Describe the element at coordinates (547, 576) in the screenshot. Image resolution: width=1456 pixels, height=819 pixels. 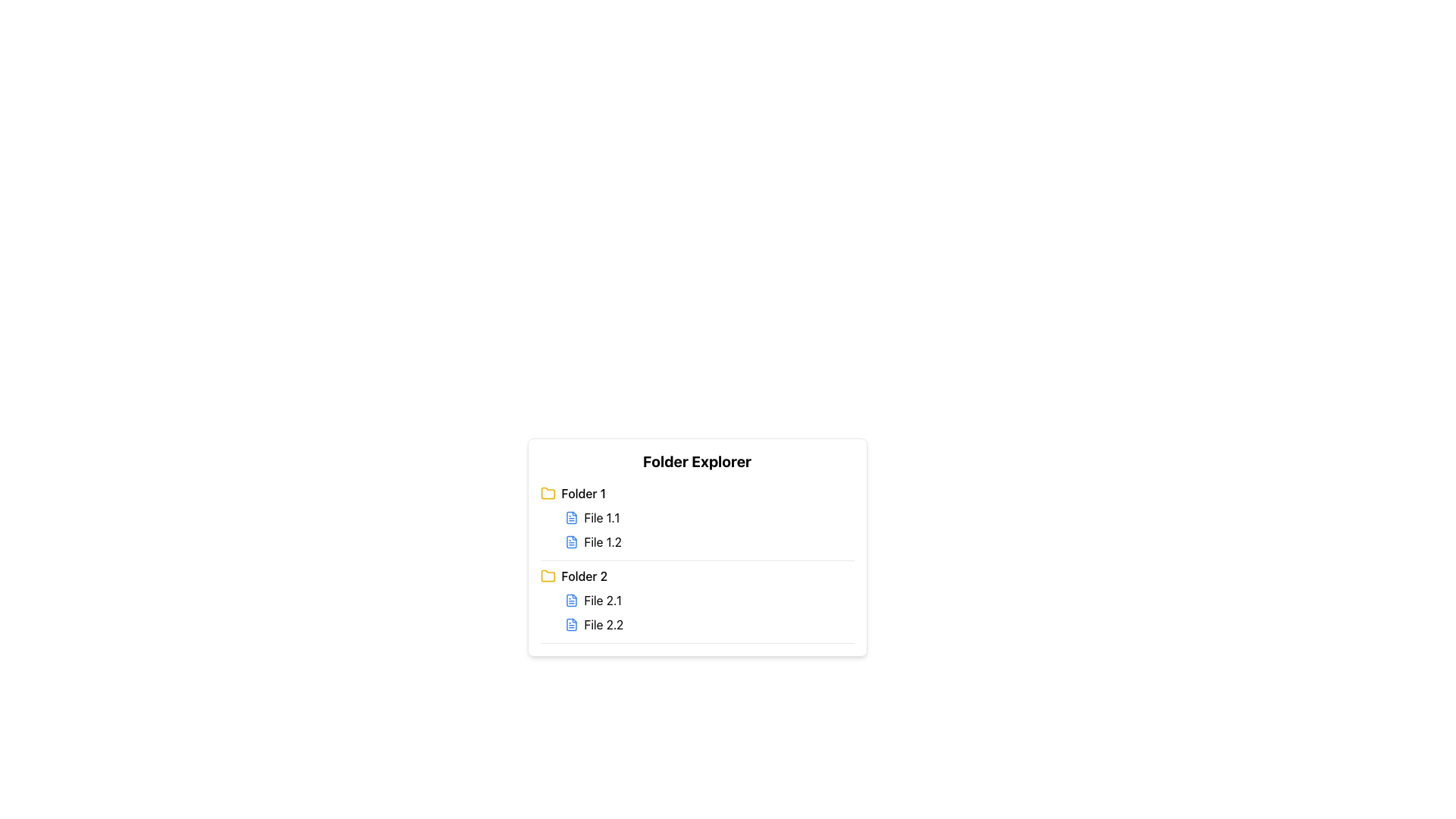
I see `the folder icon that visually represents a folder entity in the file explorer, which is positioned to the left of the text label 'Folder 2'` at that location.